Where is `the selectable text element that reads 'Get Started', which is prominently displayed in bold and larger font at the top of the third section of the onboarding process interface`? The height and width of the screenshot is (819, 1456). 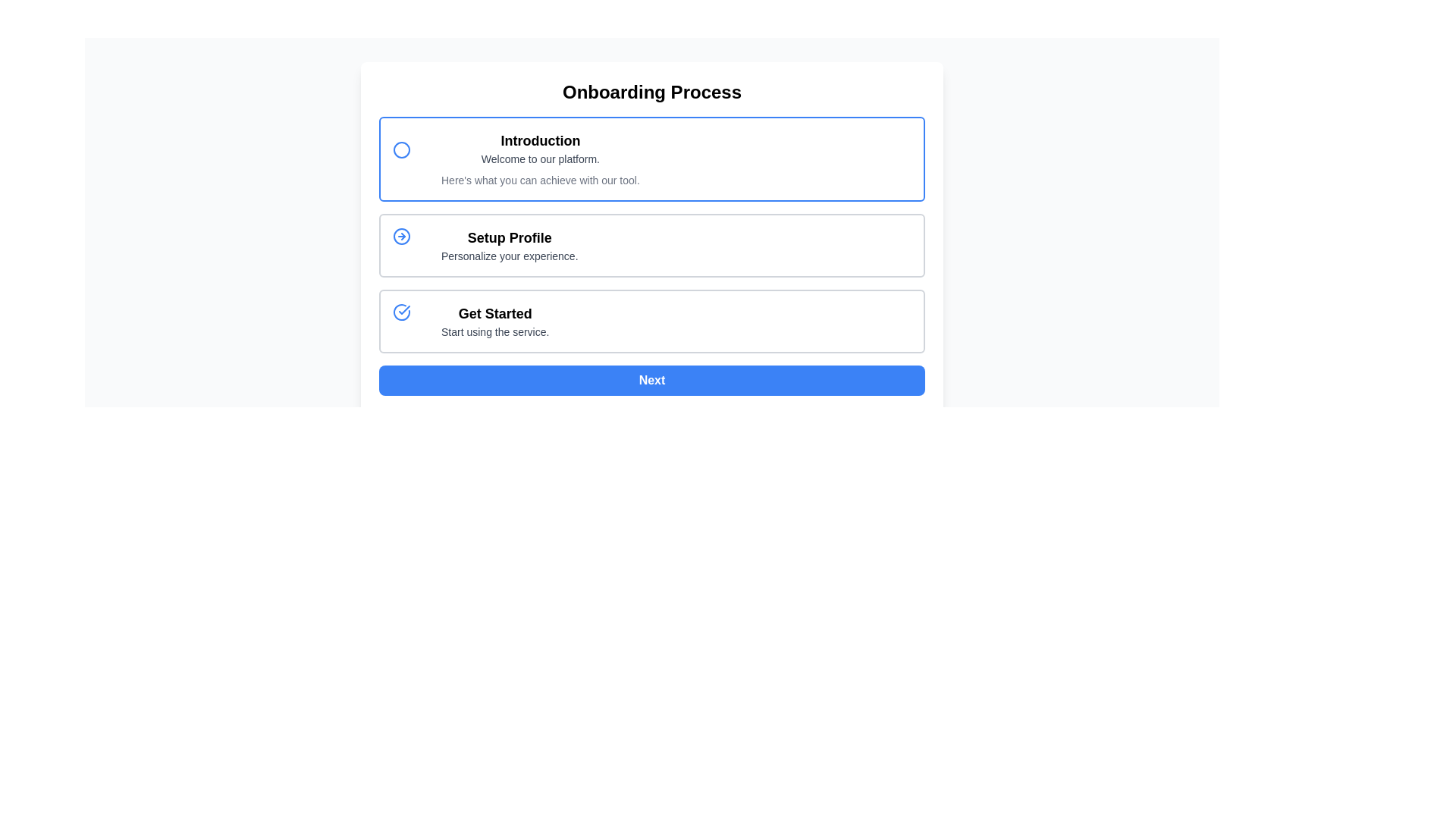
the selectable text element that reads 'Get Started', which is prominently displayed in bold and larger font at the top of the third section of the onboarding process interface is located at coordinates (495, 312).